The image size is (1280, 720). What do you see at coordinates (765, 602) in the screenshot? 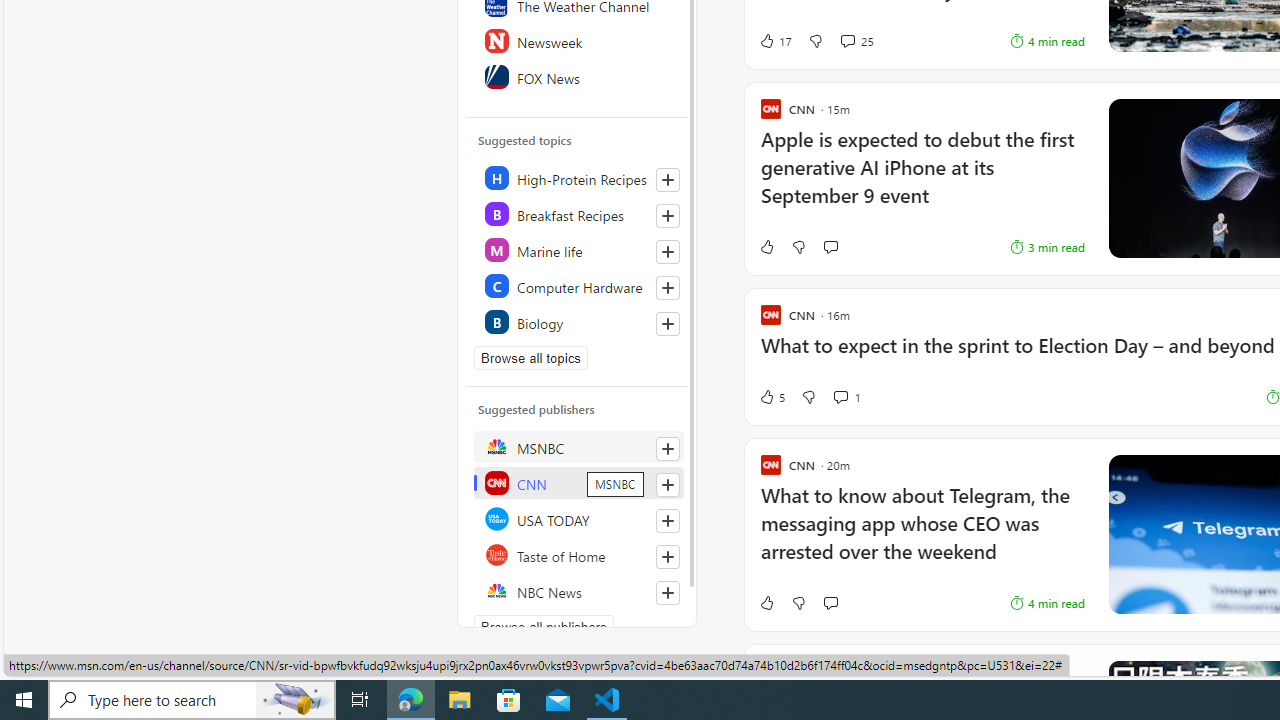
I see `'Like'` at bounding box center [765, 602].